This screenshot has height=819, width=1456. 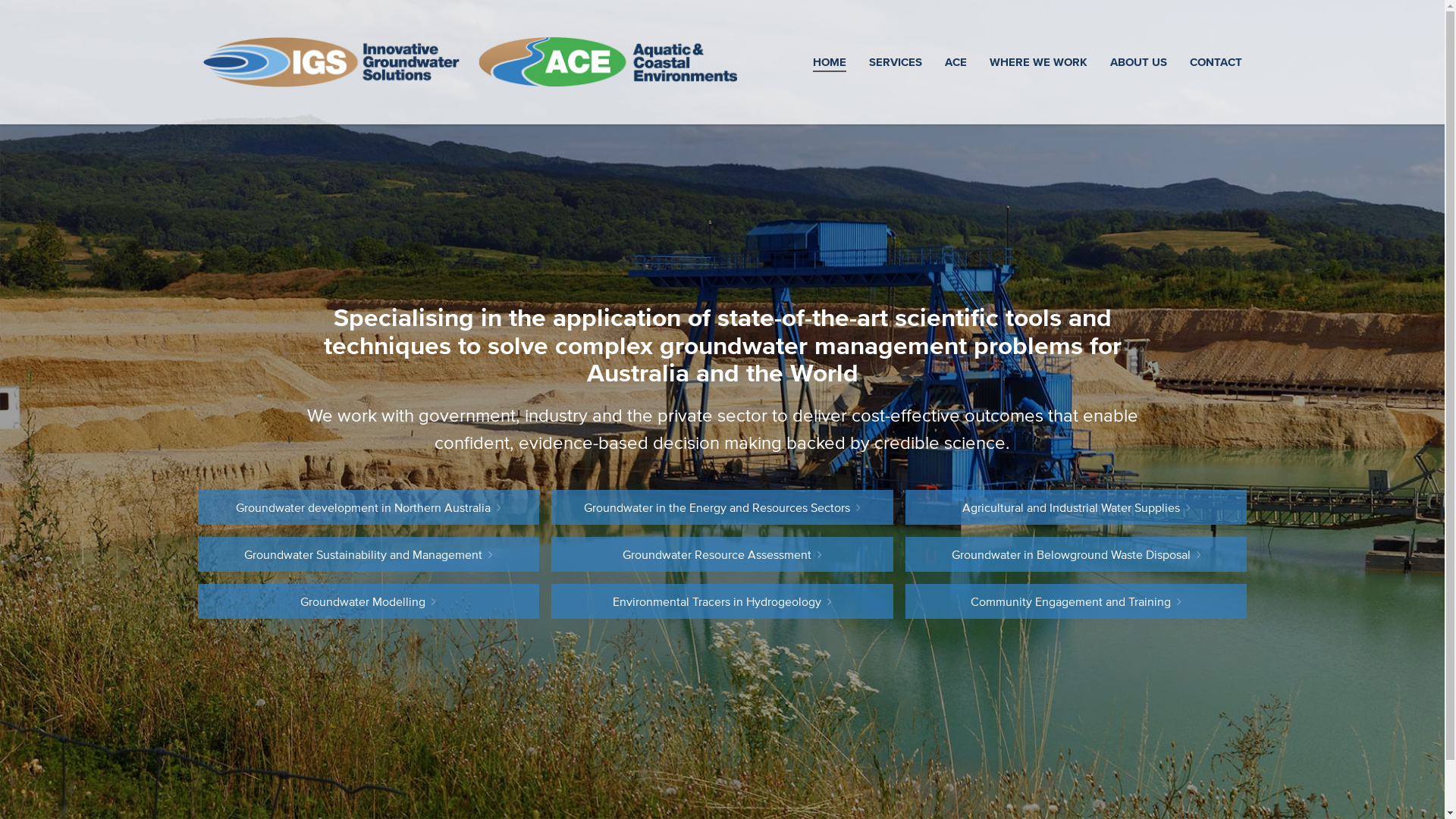 What do you see at coordinates (1037, 61) in the screenshot?
I see `'WHERE WE WORK'` at bounding box center [1037, 61].